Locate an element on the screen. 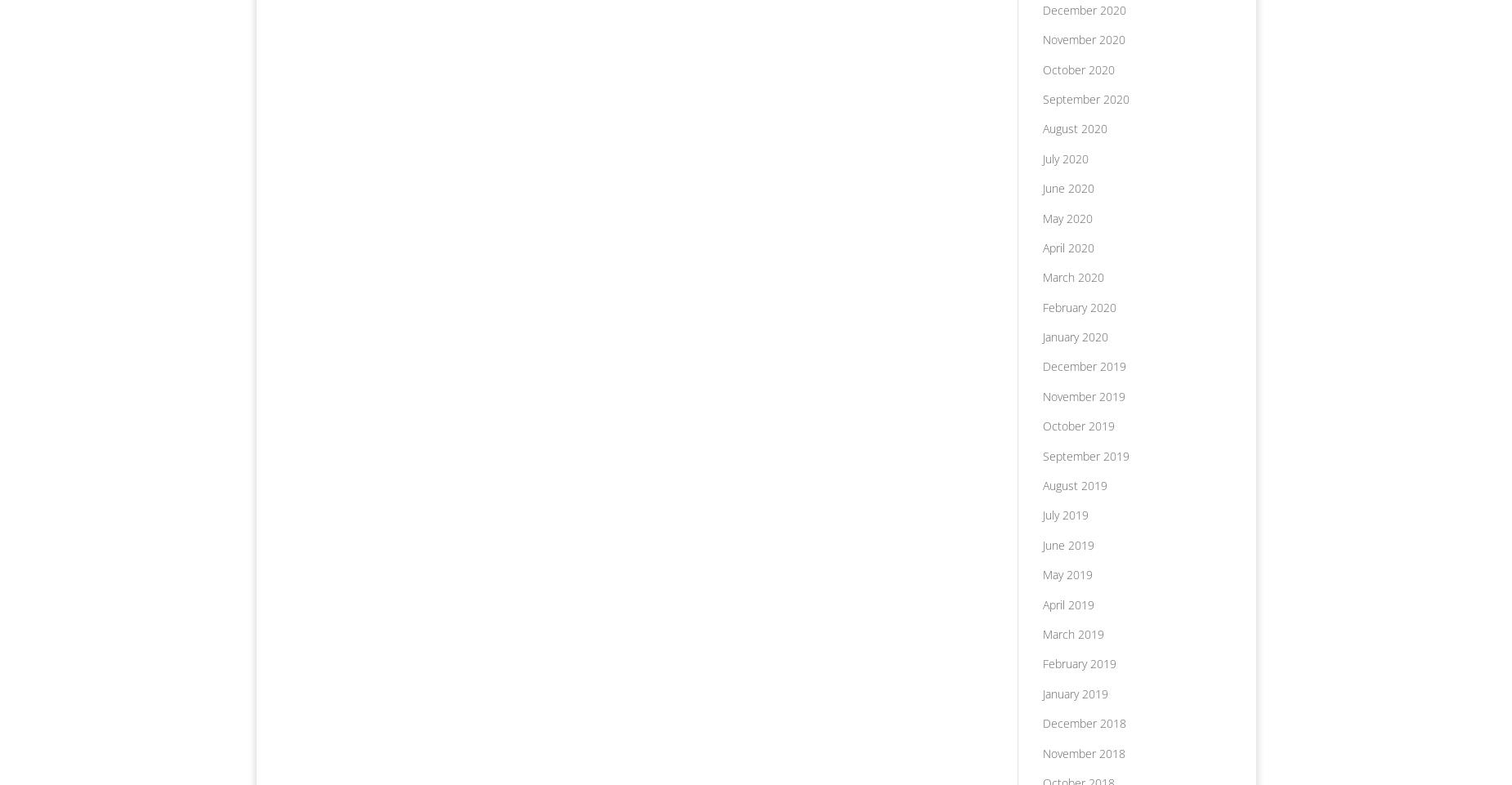  'September 2020' is located at coordinates (1084, 97).